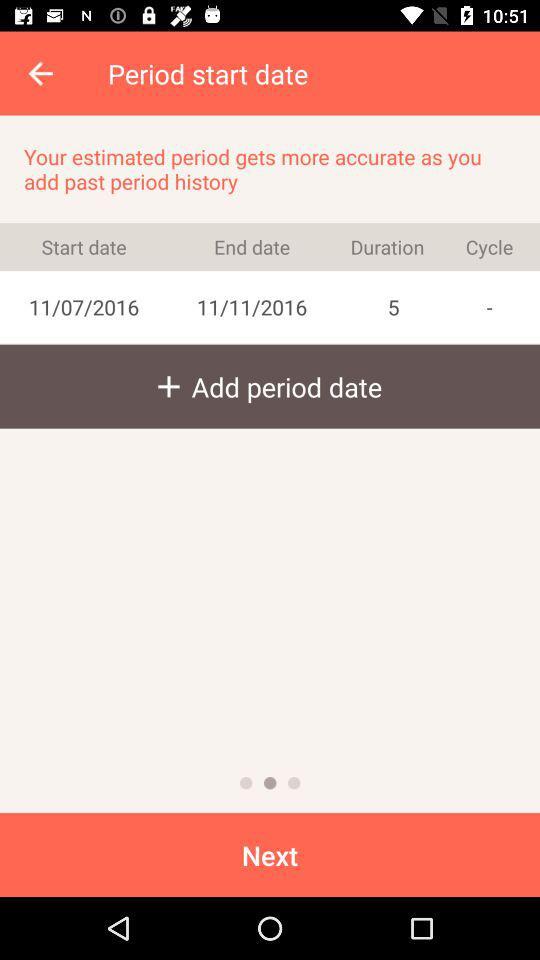  Describe the element at coordinates (293, 783) in the screenshot. I see `number of launcher pages` at that location.